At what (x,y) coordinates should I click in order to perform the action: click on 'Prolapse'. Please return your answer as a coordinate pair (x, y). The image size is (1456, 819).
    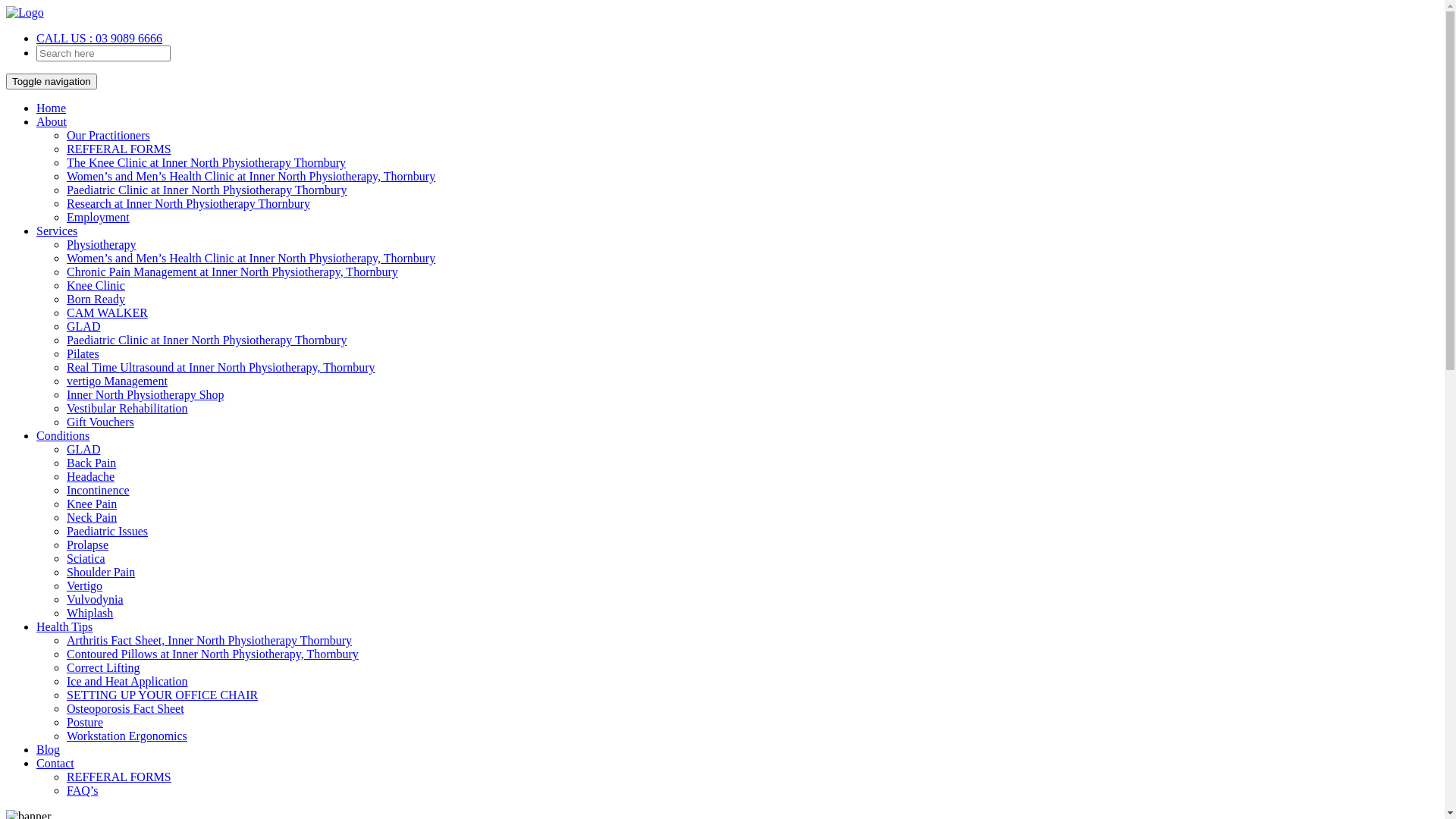
    Looking at the image, I should click on (86, 544).